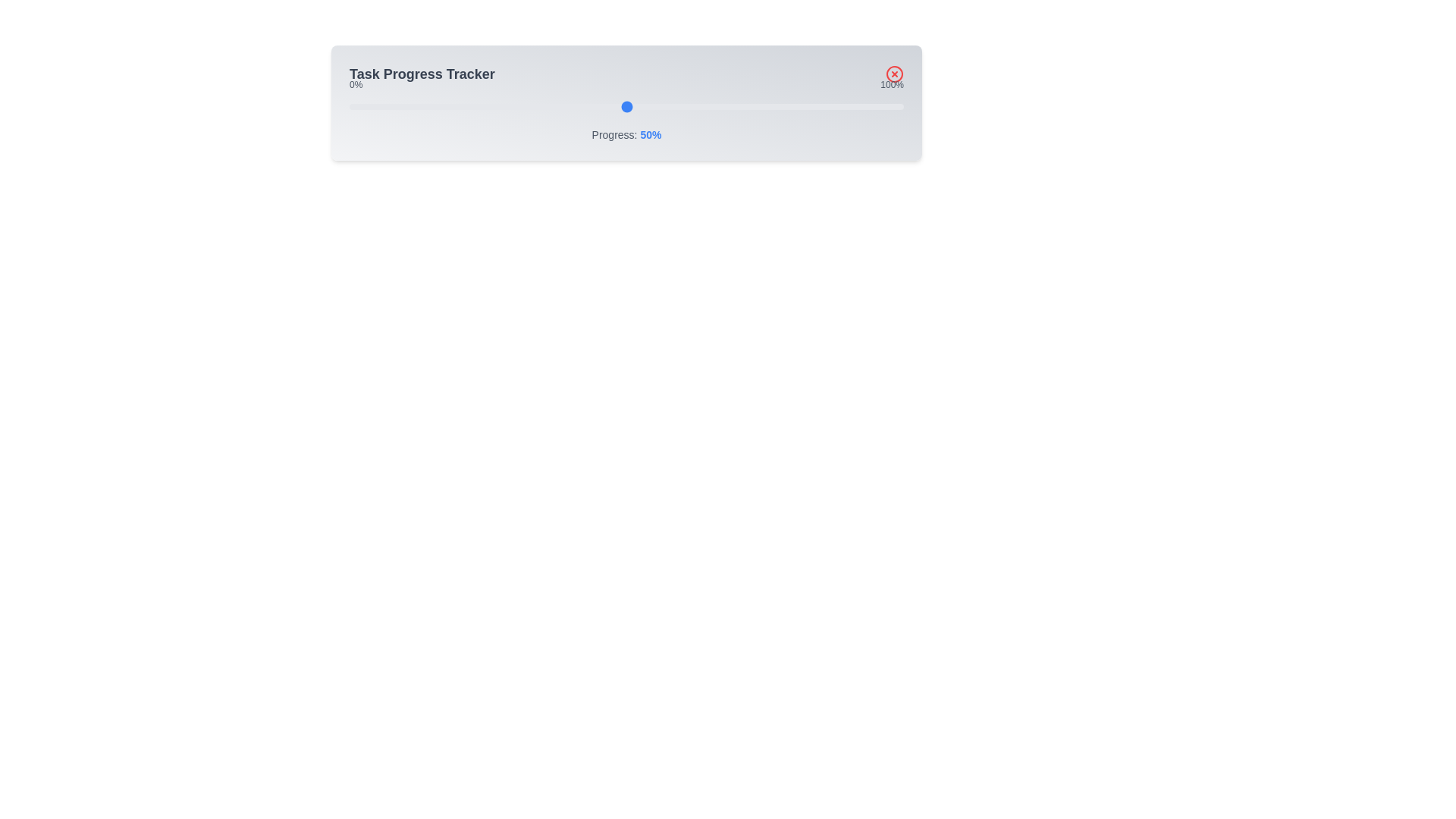  Describe the element at coordinates (348, 106) in the screenshot. I see `task progress` at that location.